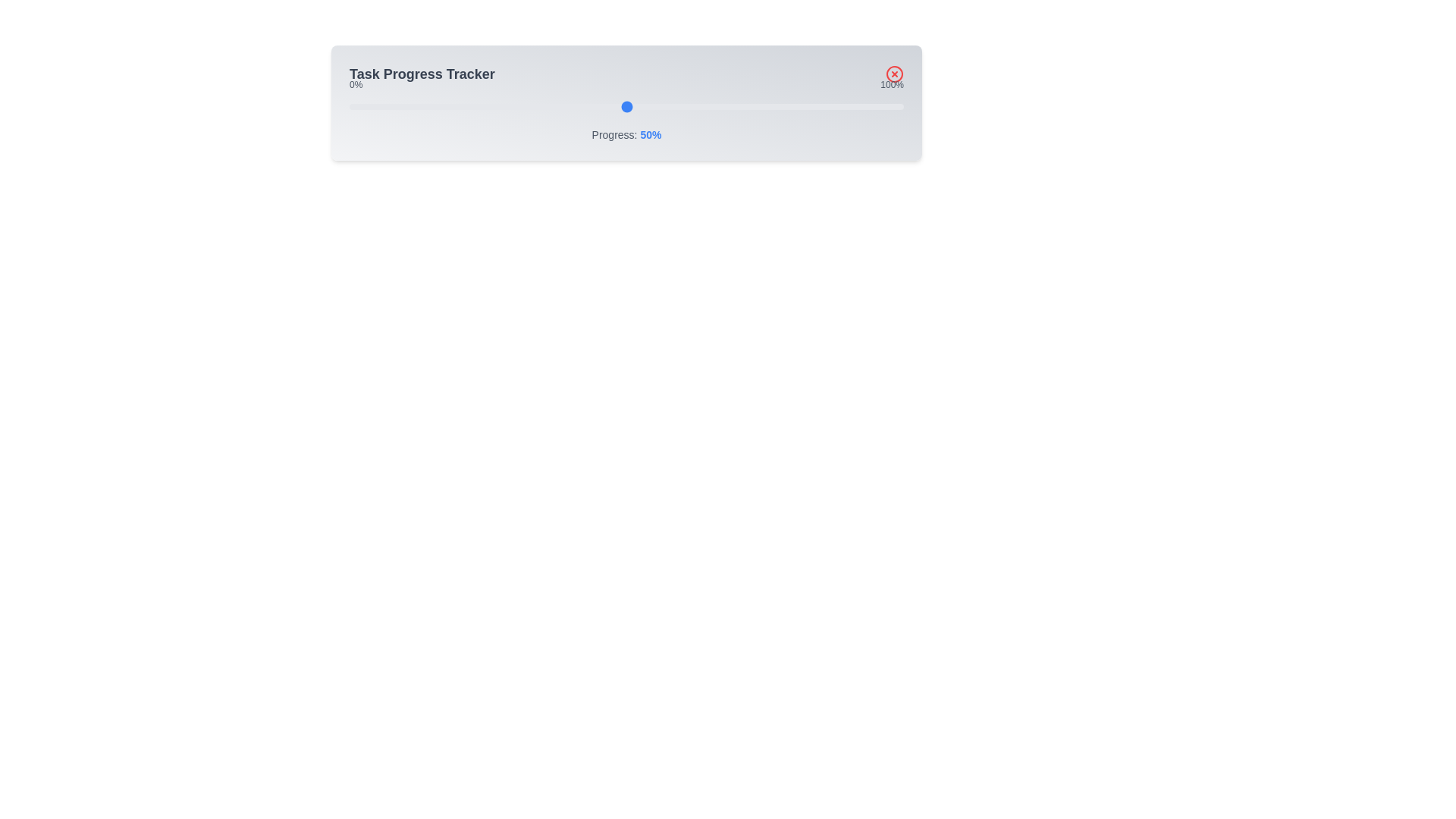  Describe the element at coordinates (348, 106) in the screenshot. I see `task progress` at that location.